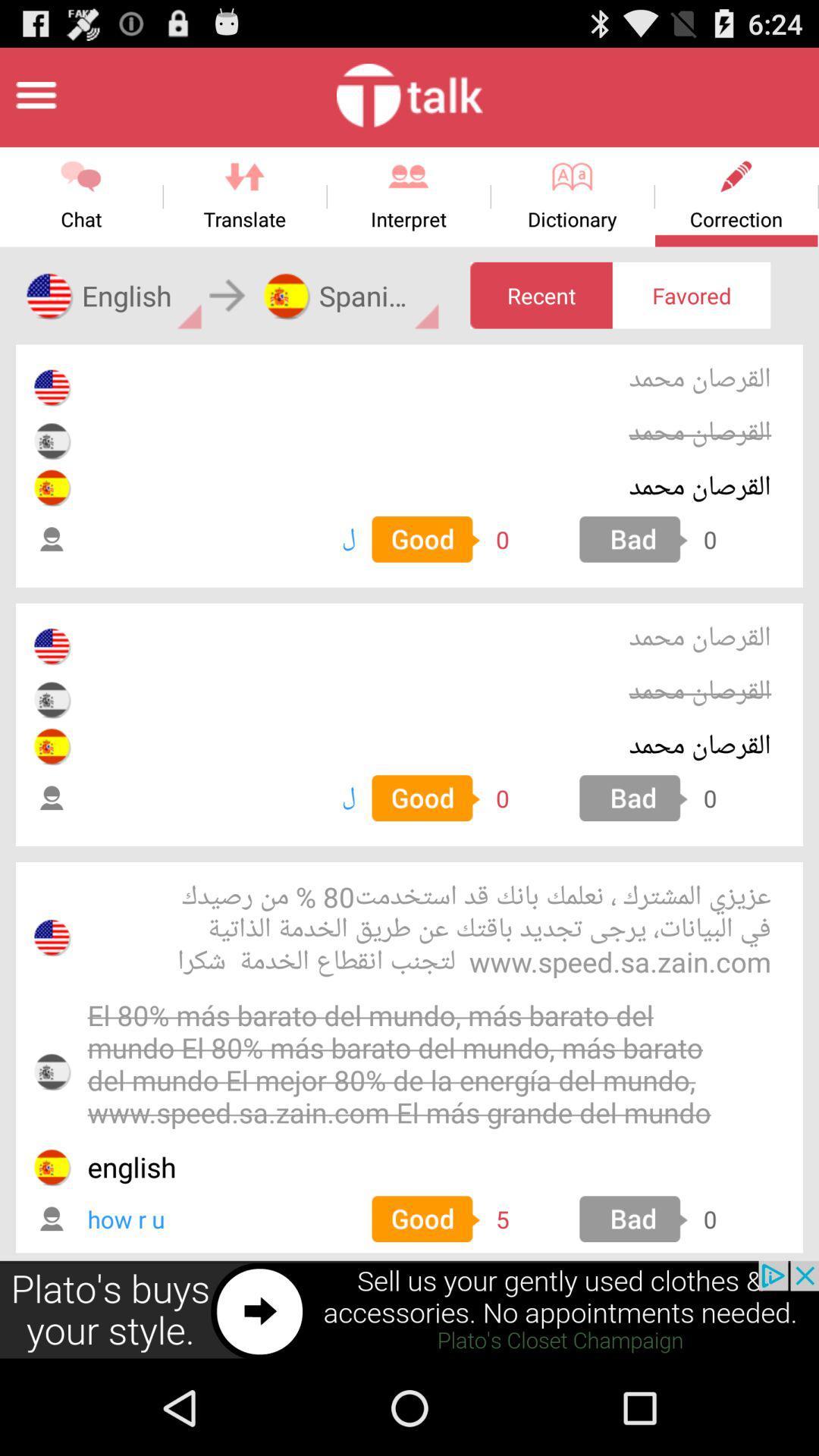 The image size is (819, 1456). Describe the element at coordinates (35, 101) in the screenshot. I see `the menu icon` at that location.